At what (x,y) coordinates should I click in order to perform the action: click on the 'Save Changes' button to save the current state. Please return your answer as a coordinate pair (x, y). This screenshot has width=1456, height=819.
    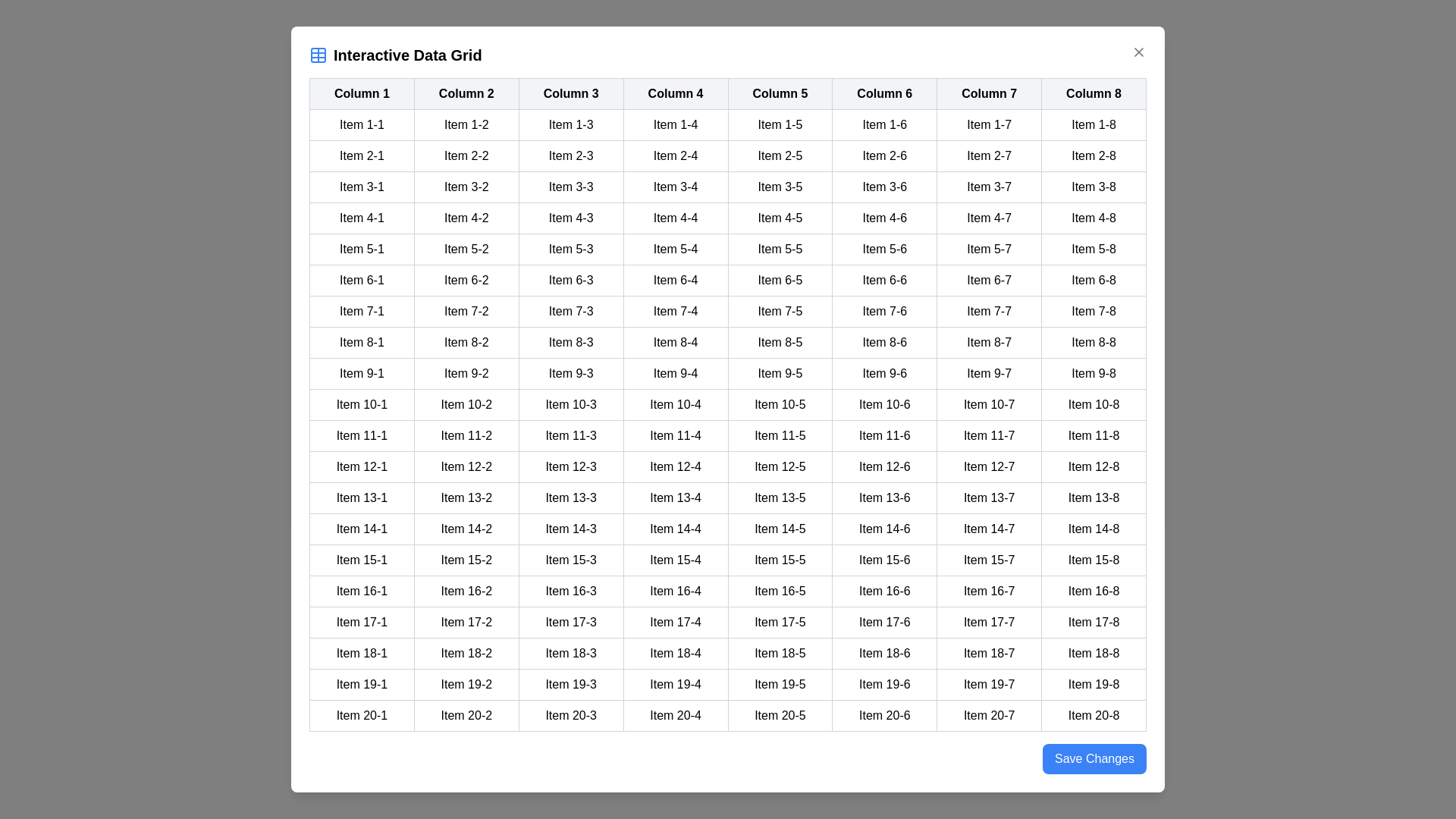
    Looking at the image, I should click on (1094, 759).